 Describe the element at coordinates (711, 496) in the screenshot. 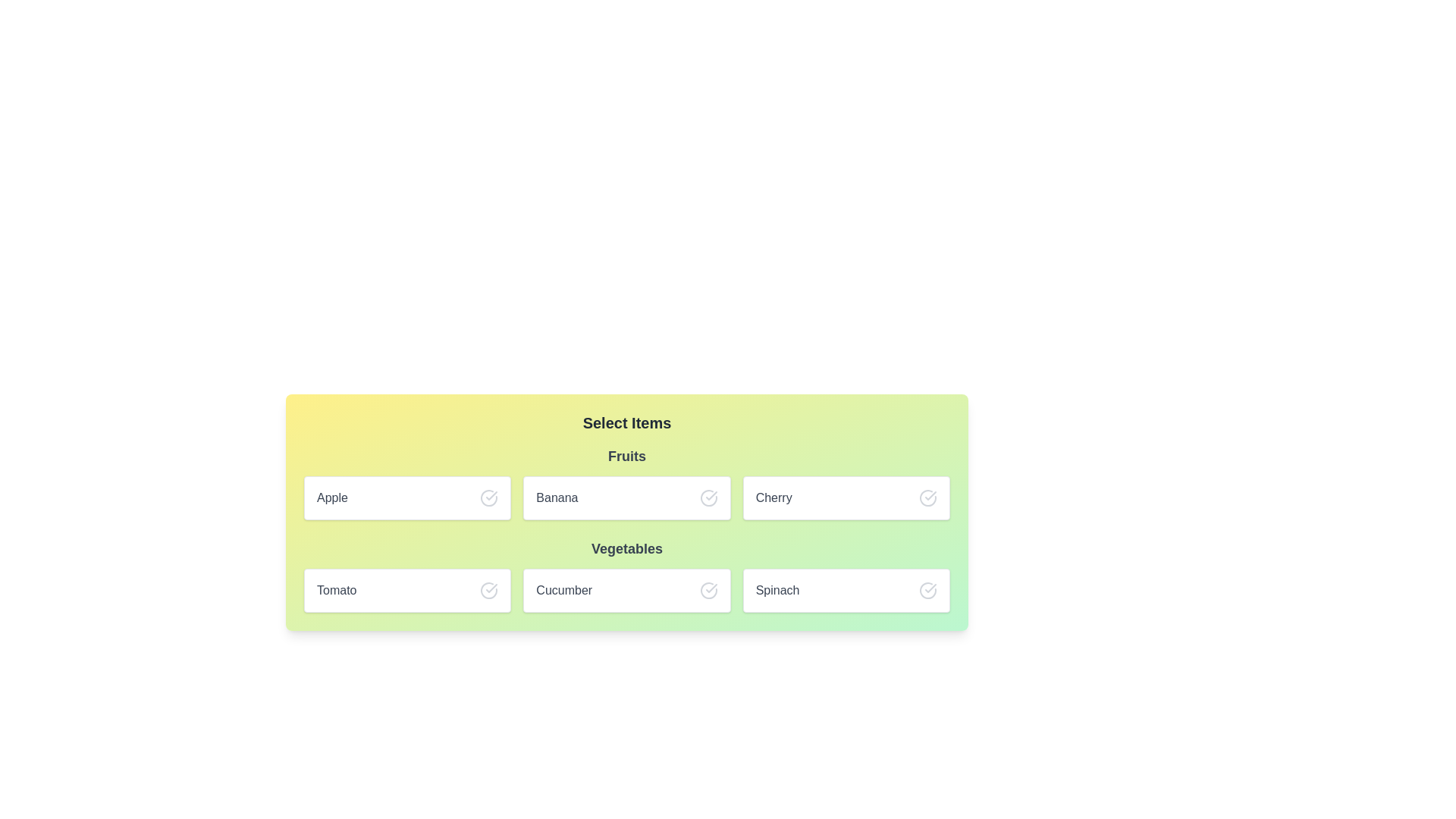

I see `confirmation vector icon for the 'Banana' item in the Fruits section using developer tools` at that location.